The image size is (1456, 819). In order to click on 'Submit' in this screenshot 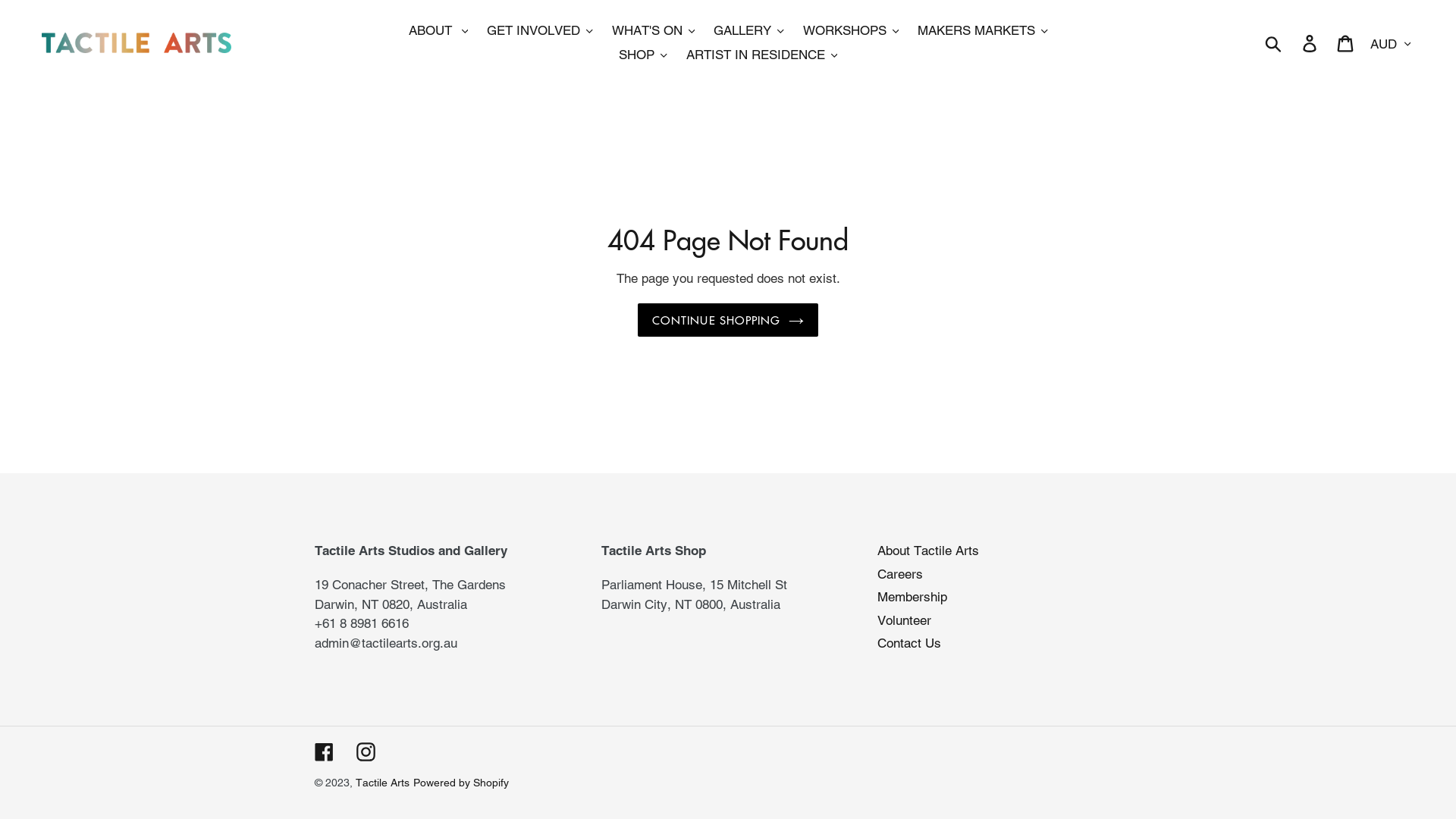, I will do `click(1256, 42)`.